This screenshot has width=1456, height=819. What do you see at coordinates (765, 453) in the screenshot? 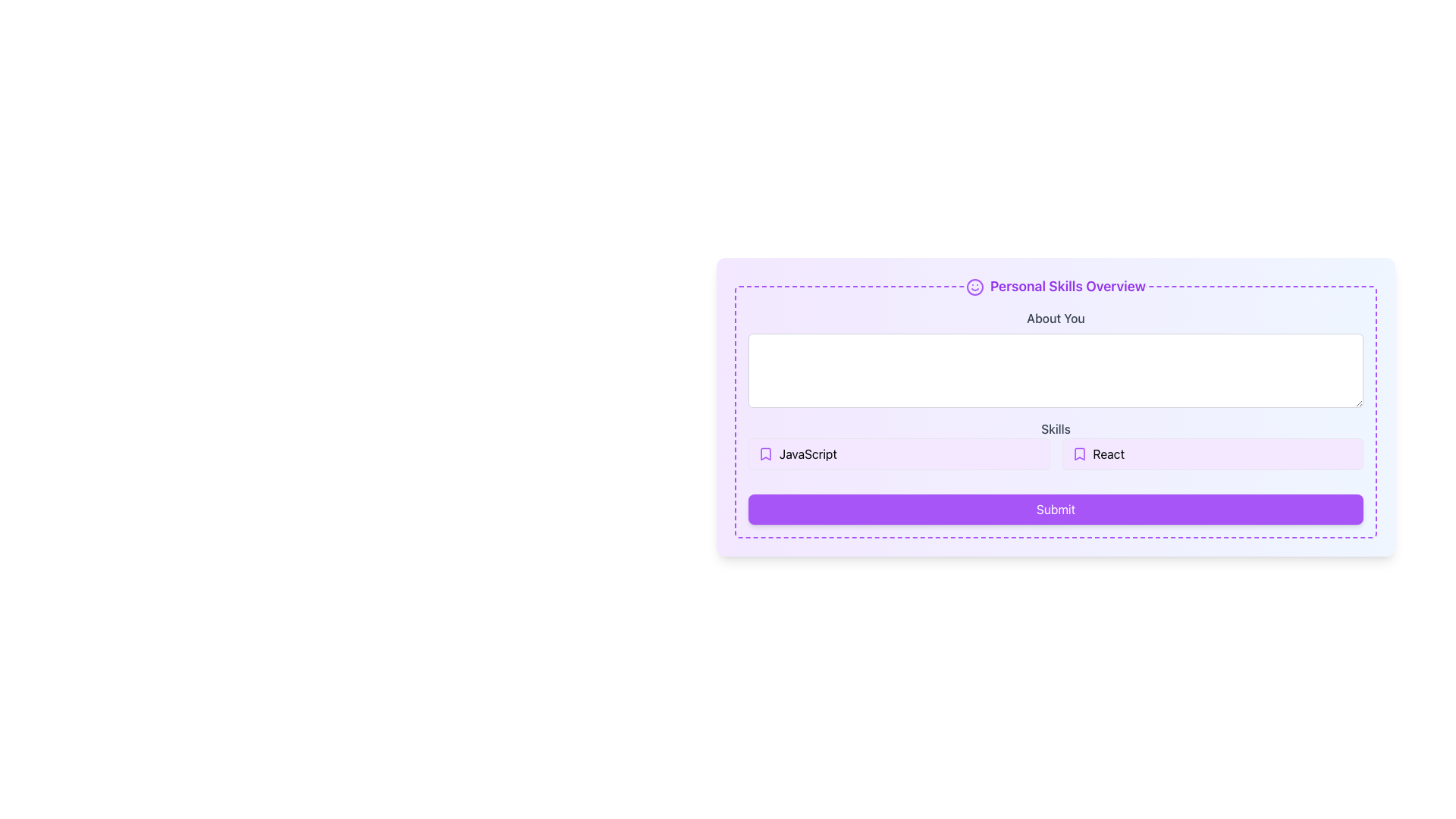
I see `the bookmark icon associated with the 'JavaScript' button in the 'Skills' section, which has a purple border and background` at bounding box center [765, 453].